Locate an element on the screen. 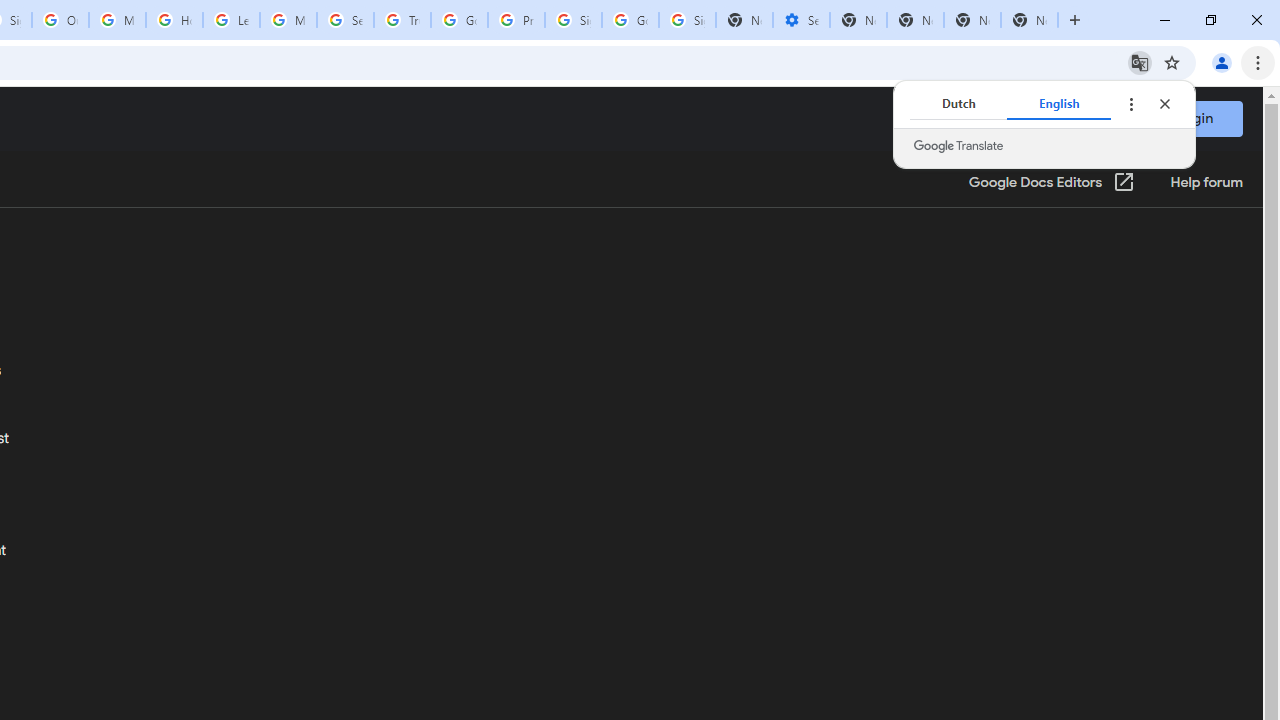 This screenshot has height=720, width=1280. 'Trusted Information and Content - Google Safety Center' is located at coordinates (401, 20).